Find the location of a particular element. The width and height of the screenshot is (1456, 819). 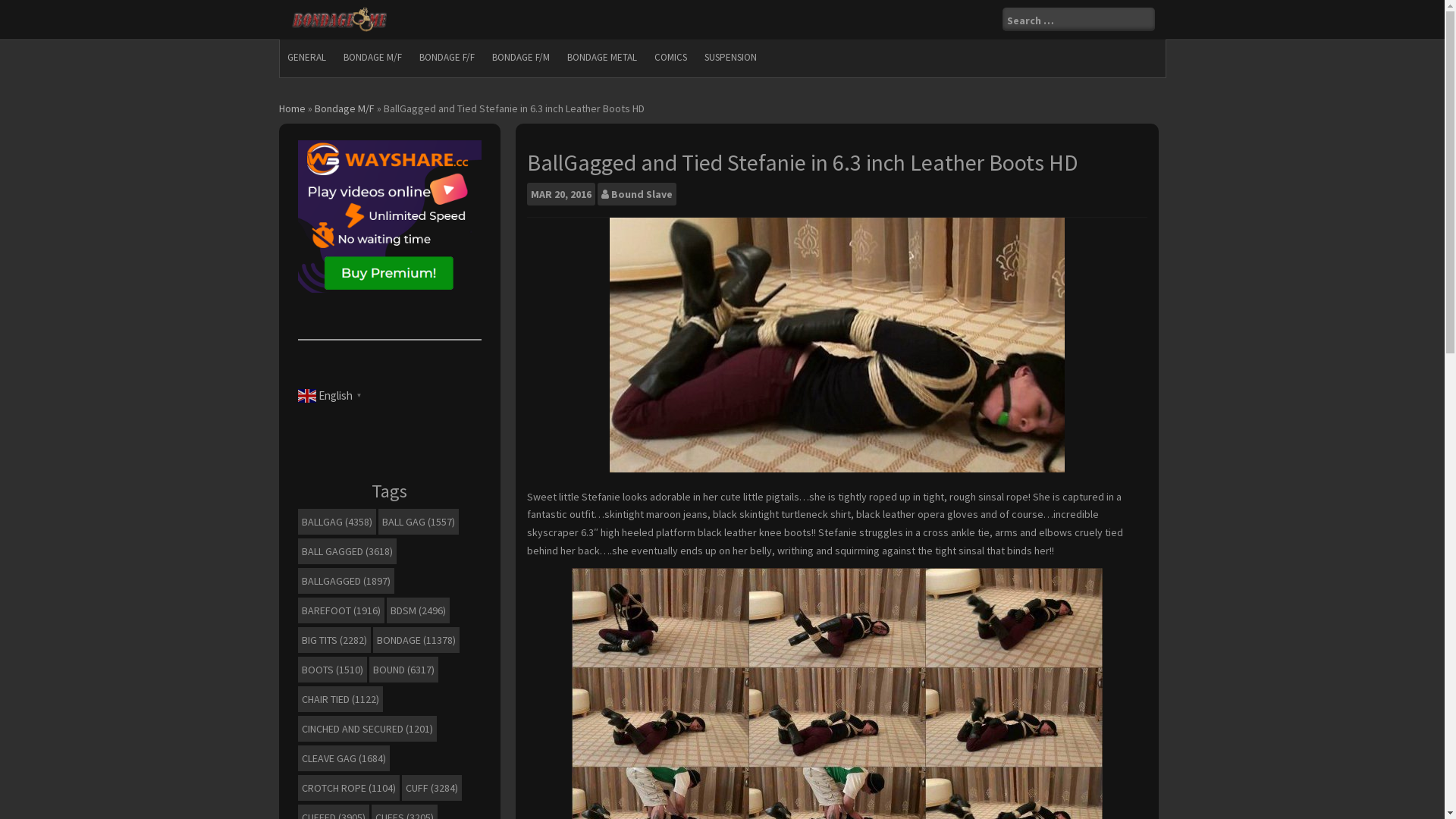

'CINCHED AND SECURED (1201)' is located at coordinates (366, 727).